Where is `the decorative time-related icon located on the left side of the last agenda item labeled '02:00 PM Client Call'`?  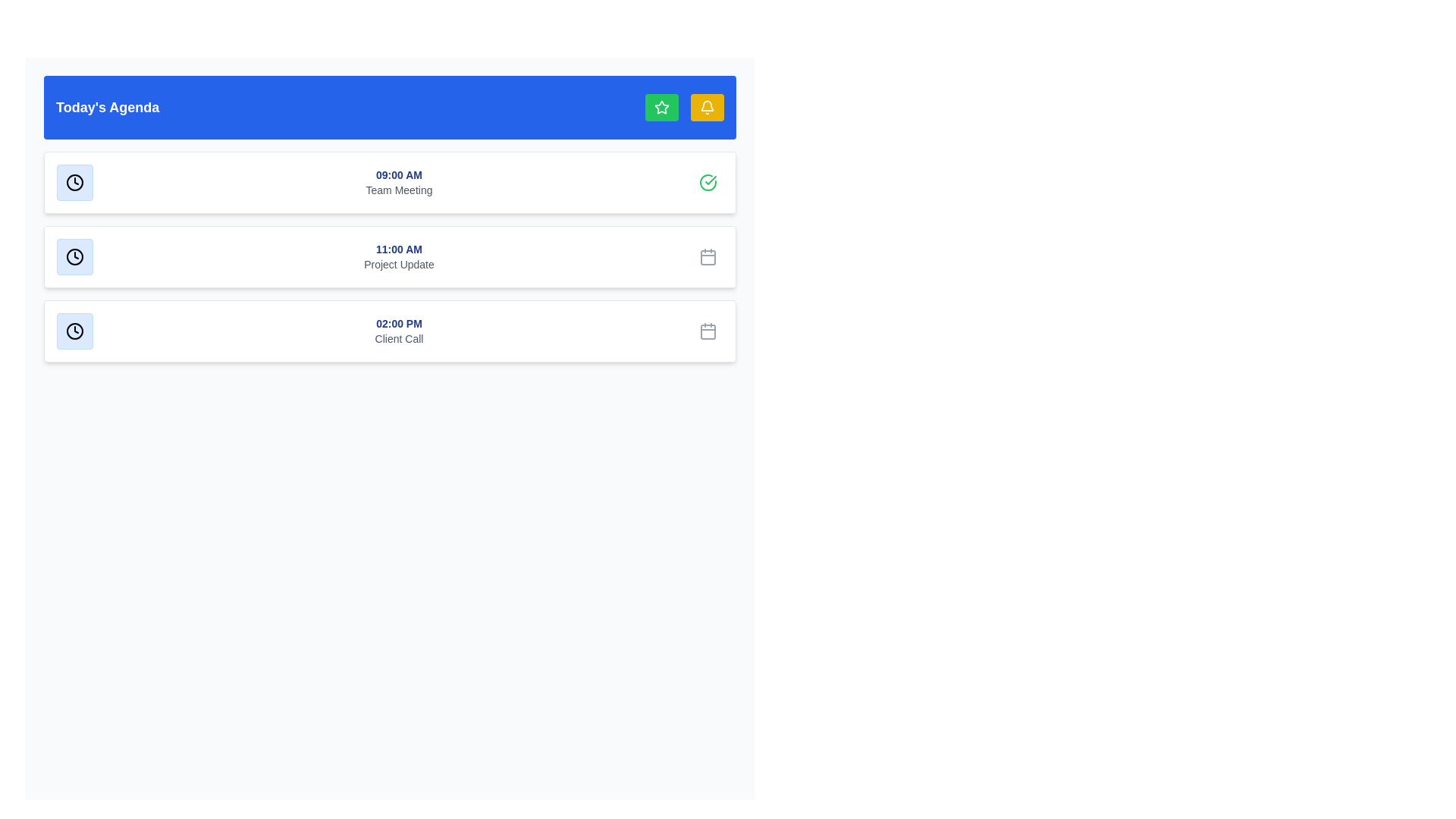 the decorative time-related icon located on the left side of the last agenda item labeled '02:00 PM Client Call' is located at coordinates (74, 330).